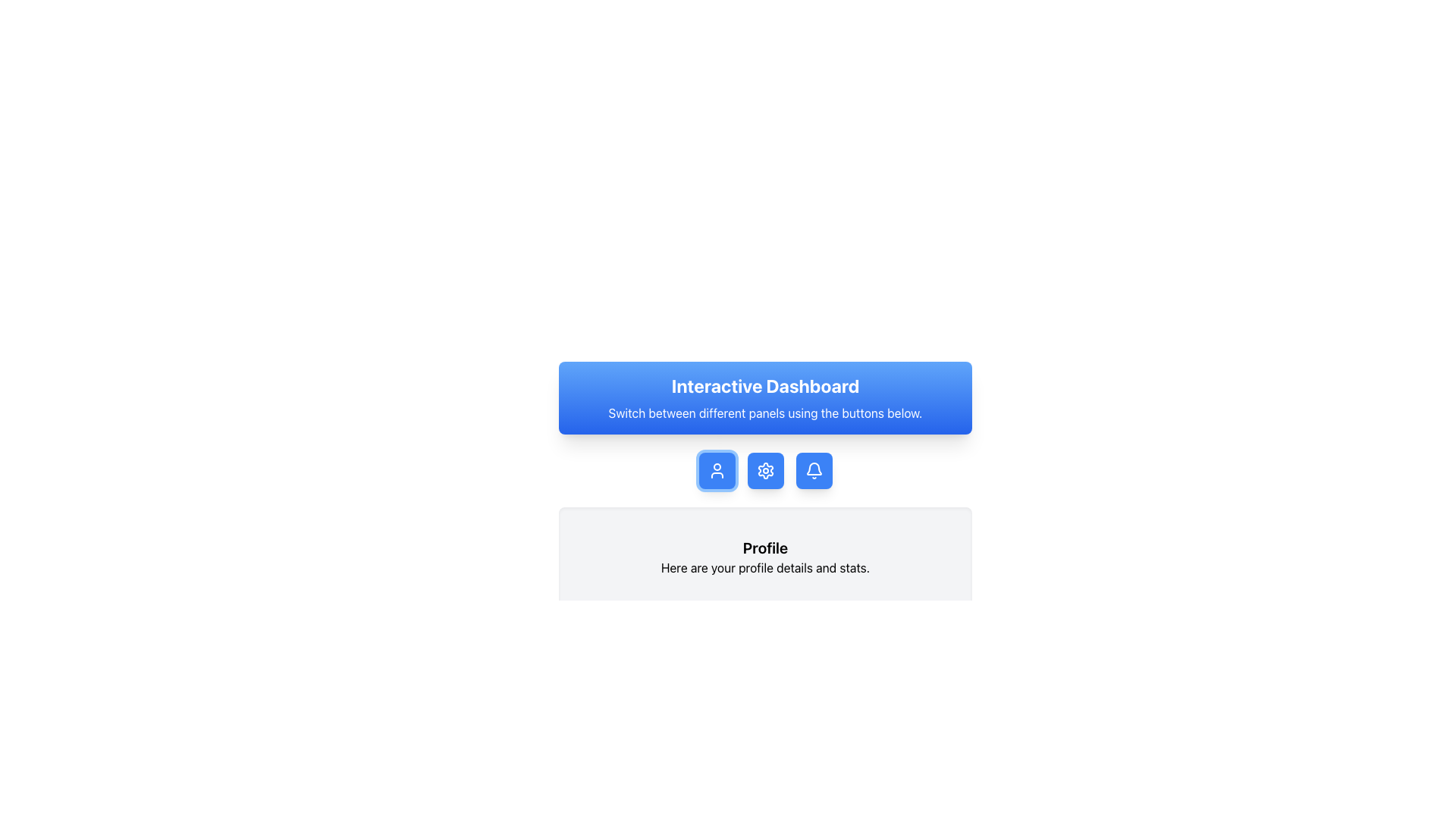 This screenshot has height=819, width=1456. Describe the element at coordinates (765, 470) in the screenshot. I see `the middle blue square button with a white gear icon located below 'Interactive Dashboard' and above 'Profile'` at that location.